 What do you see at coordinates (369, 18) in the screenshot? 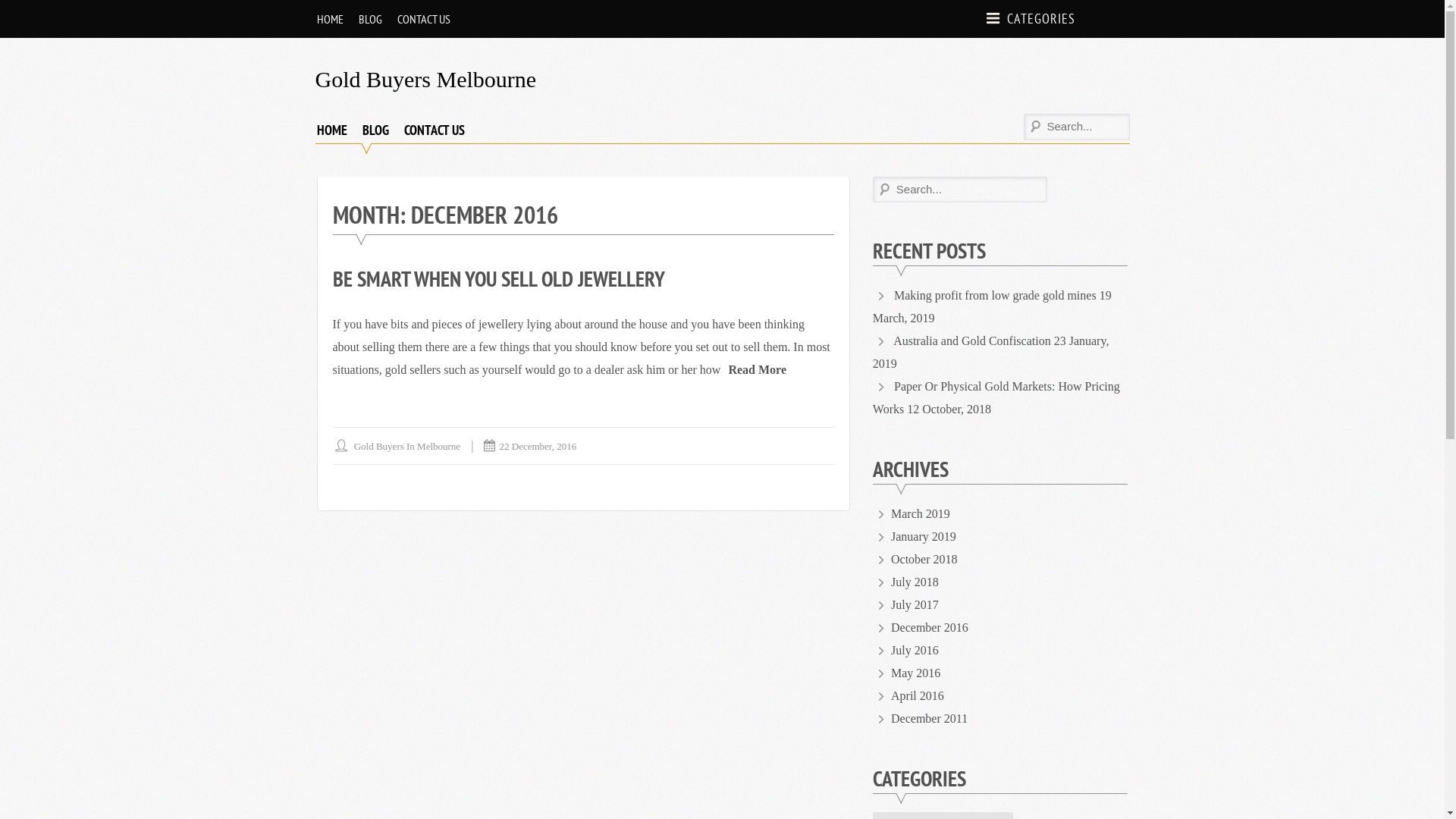
I see `'BLOG'` at bounding box center [369, 18].